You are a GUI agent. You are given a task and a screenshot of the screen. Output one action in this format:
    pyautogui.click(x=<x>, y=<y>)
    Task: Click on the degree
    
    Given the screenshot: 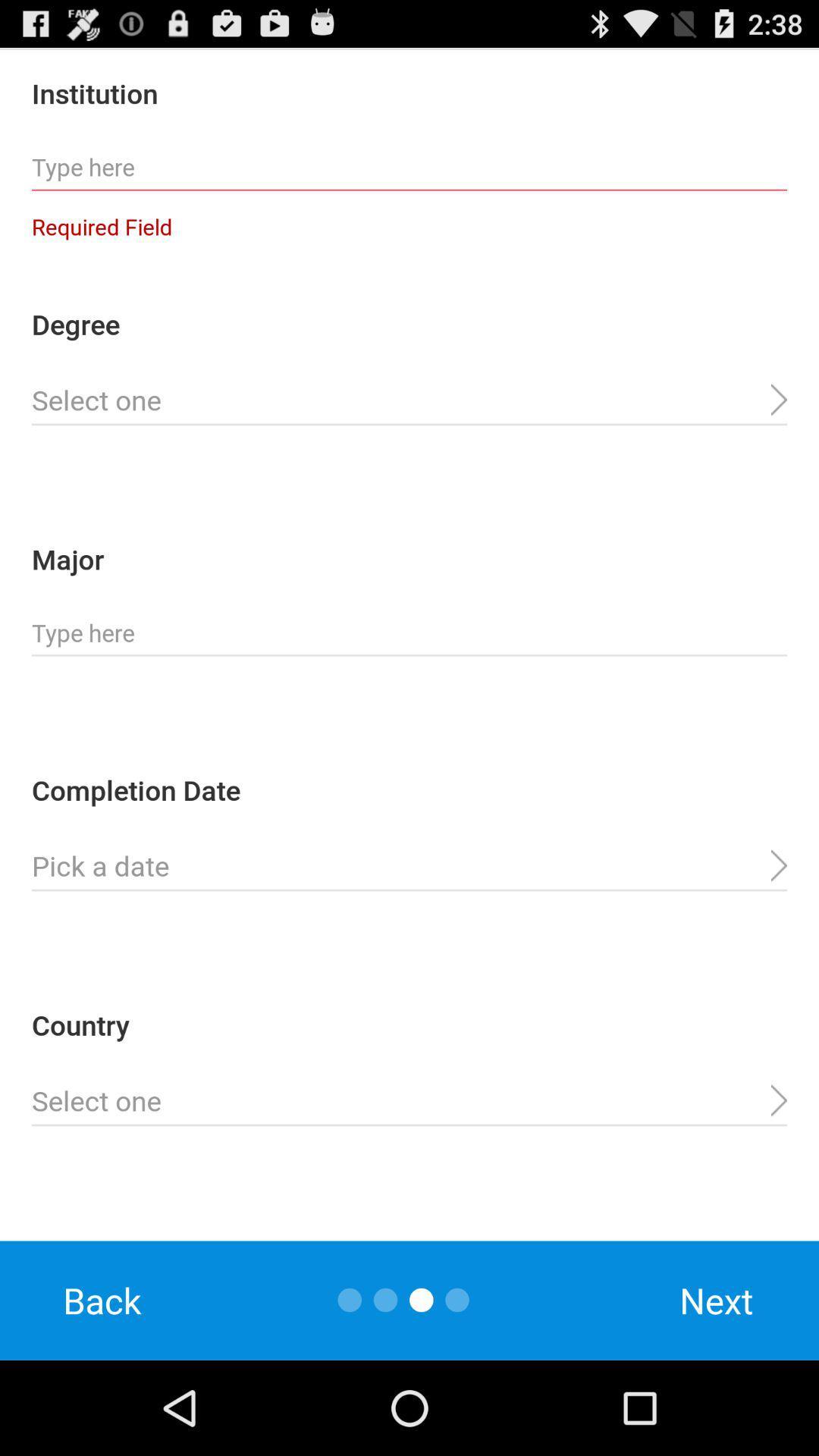 What is the action you would take?
    pyautogui.click(x=409, y=400)
    